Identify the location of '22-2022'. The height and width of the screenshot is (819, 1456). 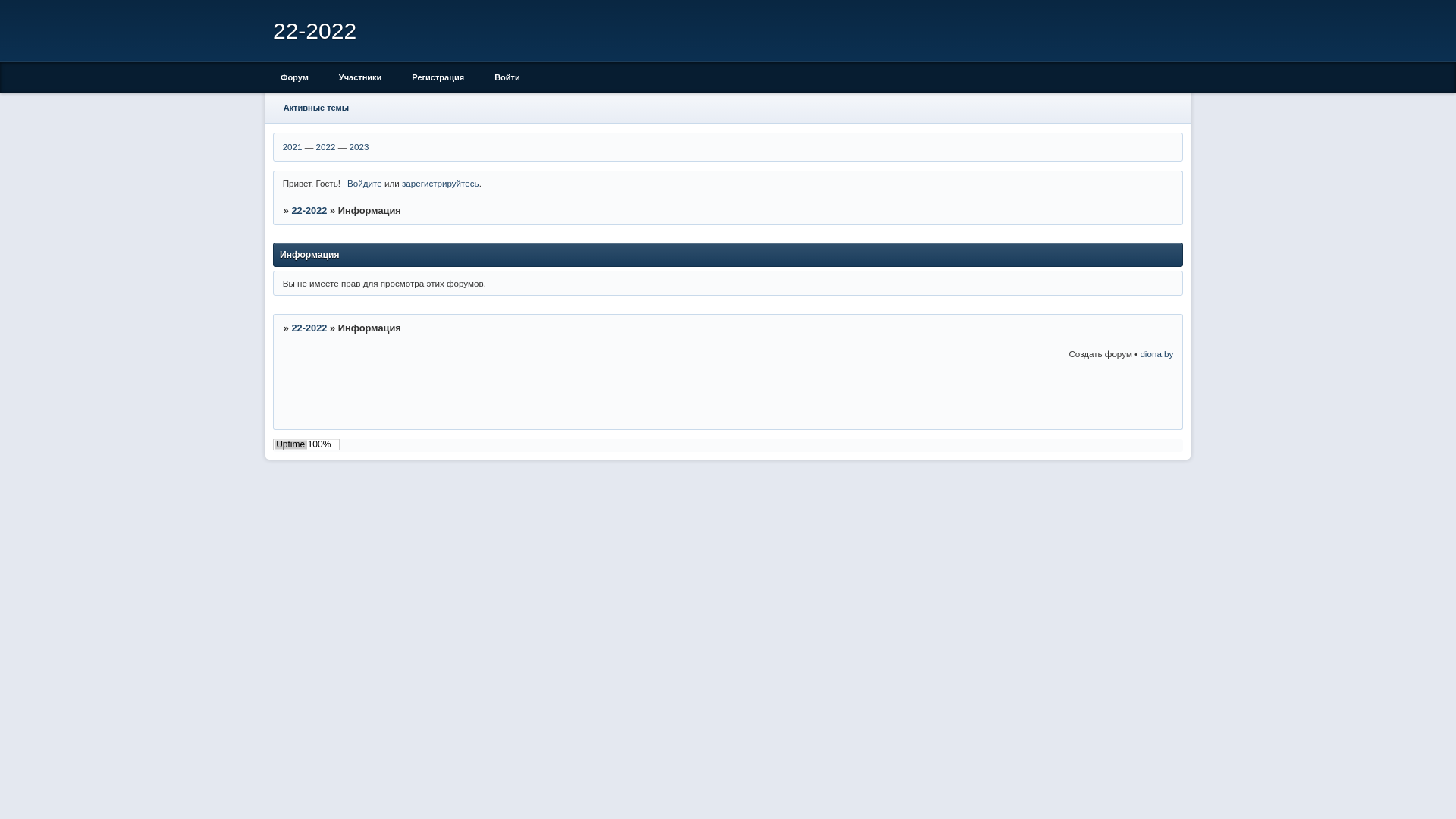
(308, 210).